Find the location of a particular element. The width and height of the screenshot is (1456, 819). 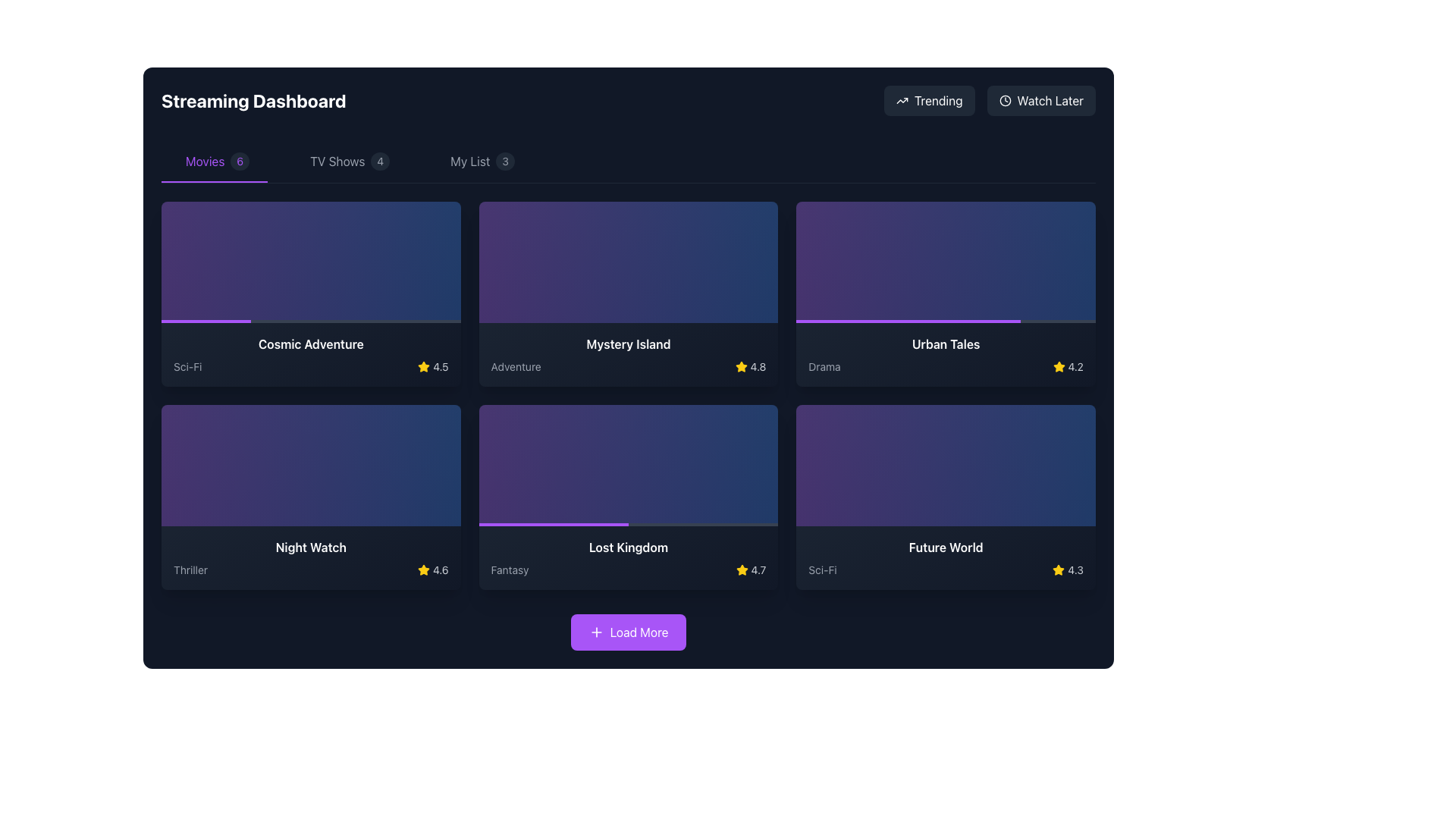

the text label titled 'Urban Tales' which is displayed in white bold text on a dark background, located in the top-right section of the 'Drama' component is located at coordinates (945, 344).